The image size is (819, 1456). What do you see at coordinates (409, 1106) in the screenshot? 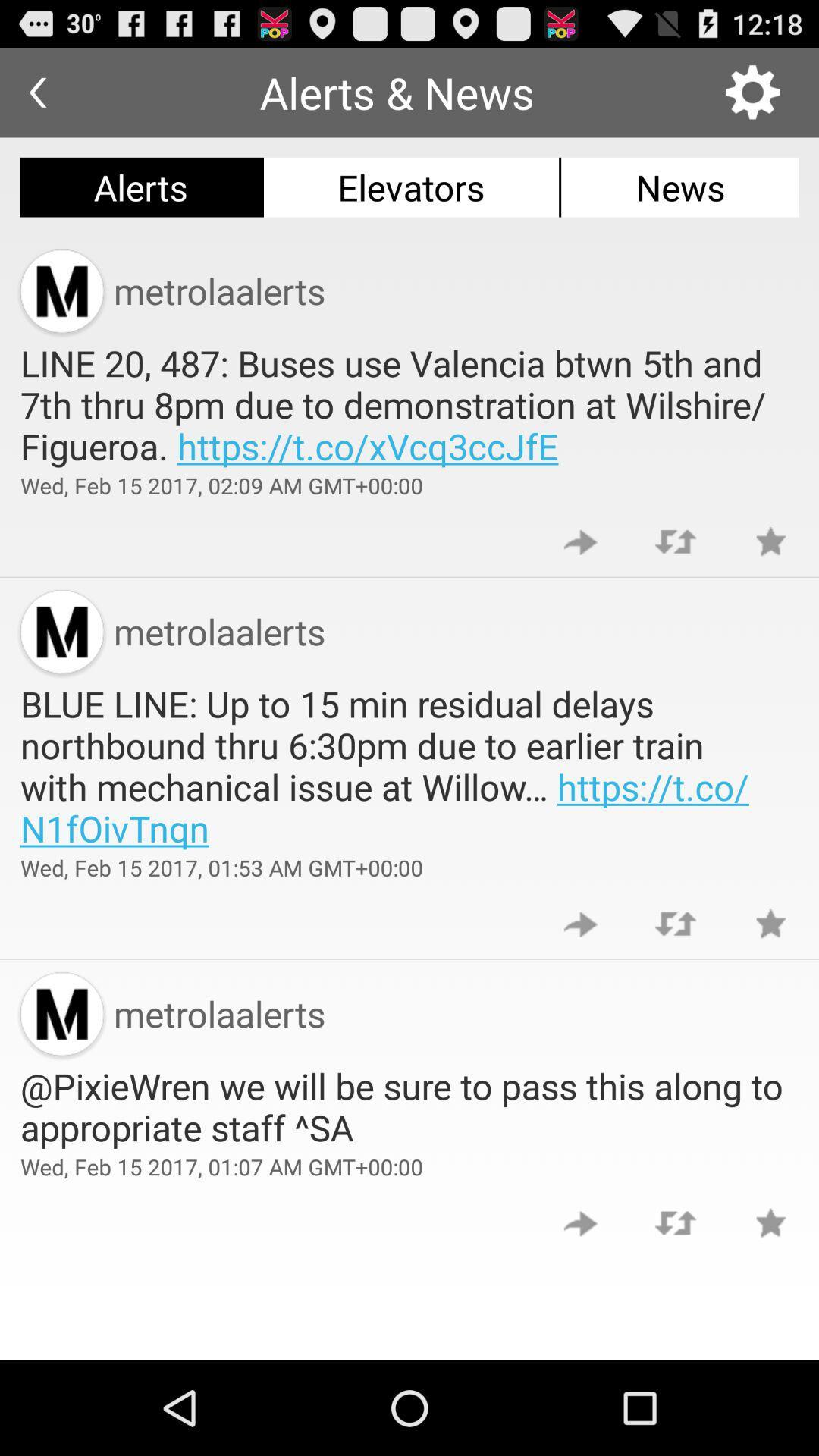
I see `the app above wed feb 15` at bounding box center [409, 1106].